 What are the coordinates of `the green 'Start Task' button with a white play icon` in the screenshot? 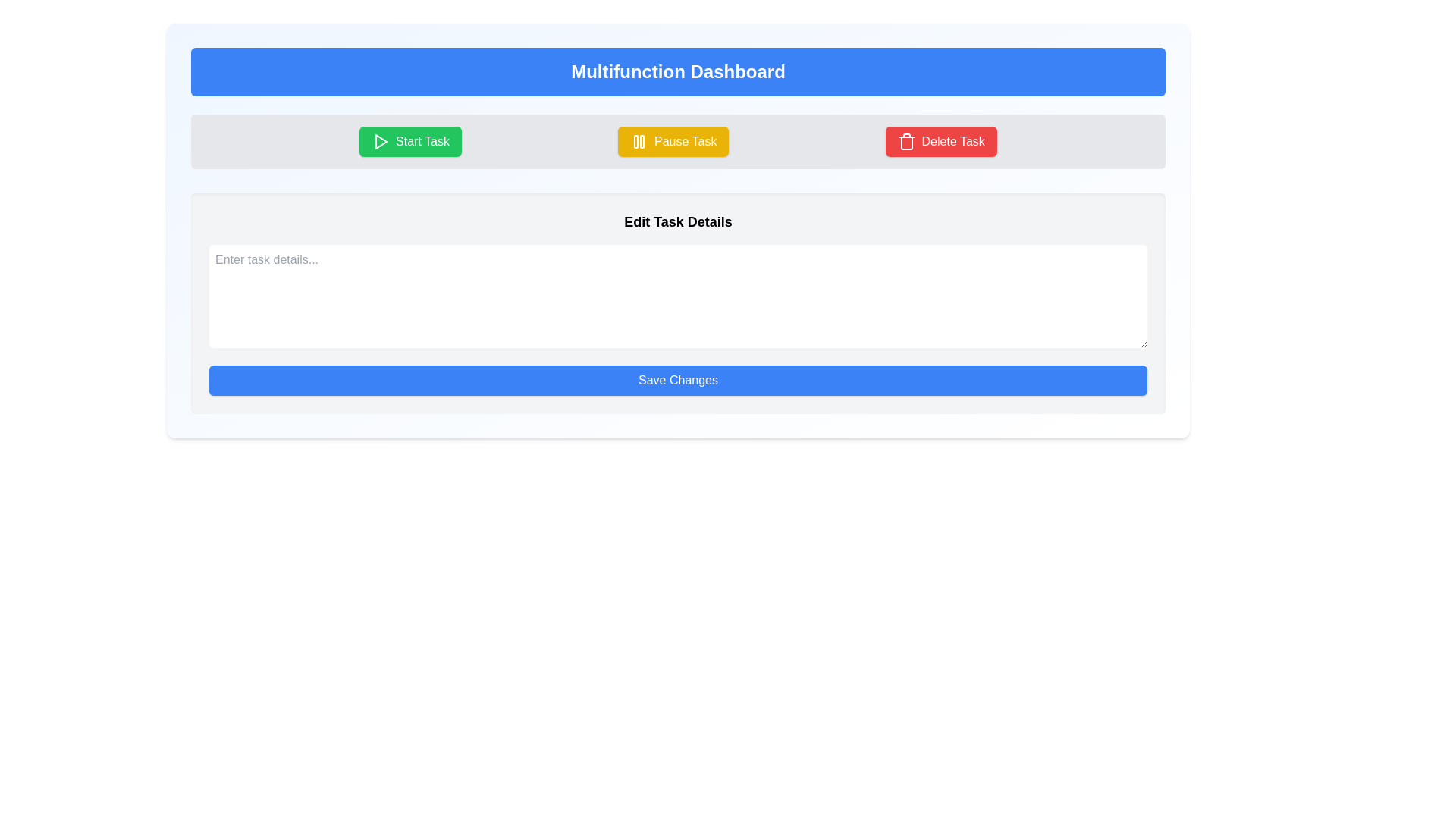 It's located at (410, 141).